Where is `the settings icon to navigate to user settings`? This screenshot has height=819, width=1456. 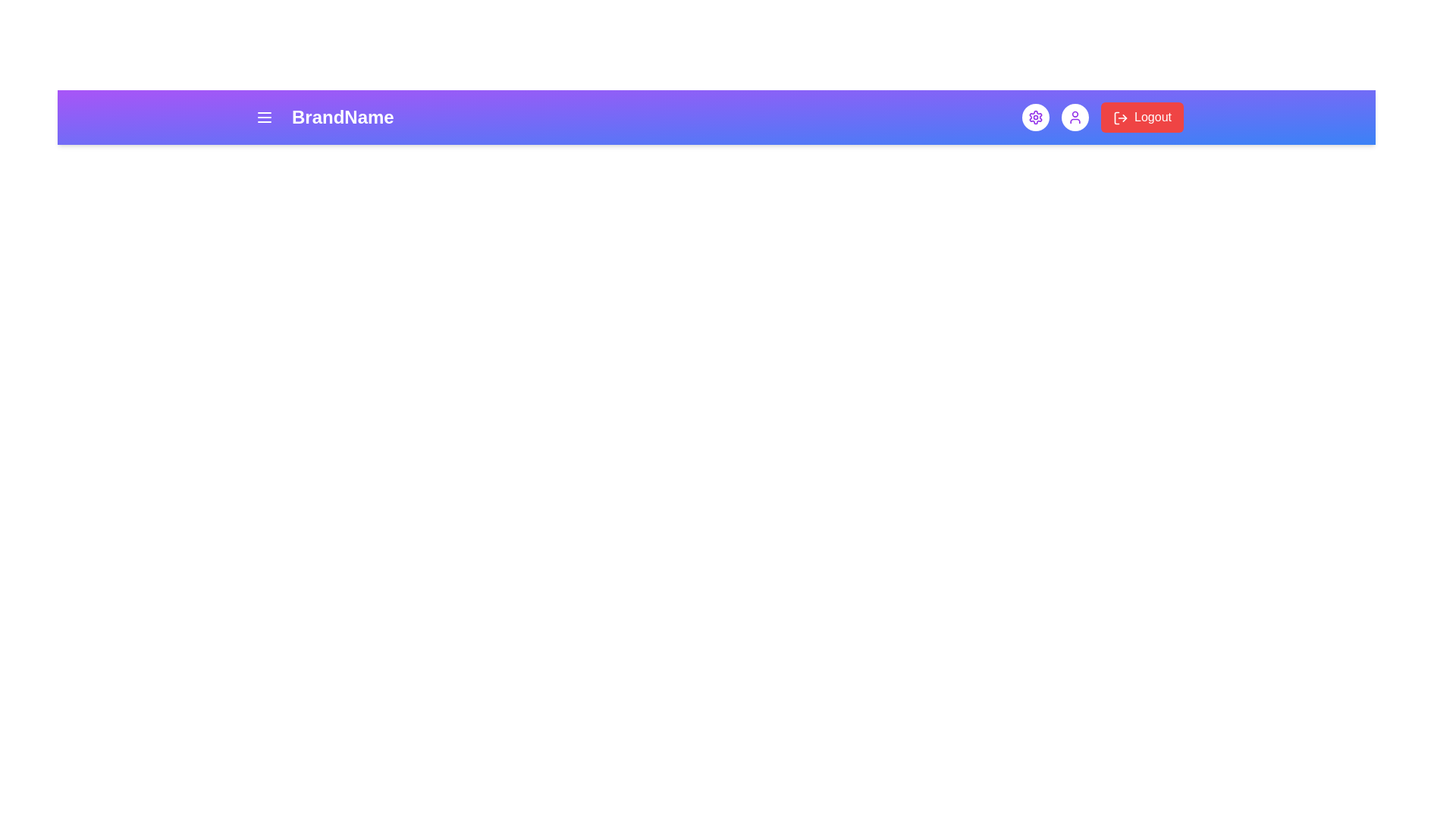 the settings icon to navigate to user settings is located at coordinates (1035, 116).